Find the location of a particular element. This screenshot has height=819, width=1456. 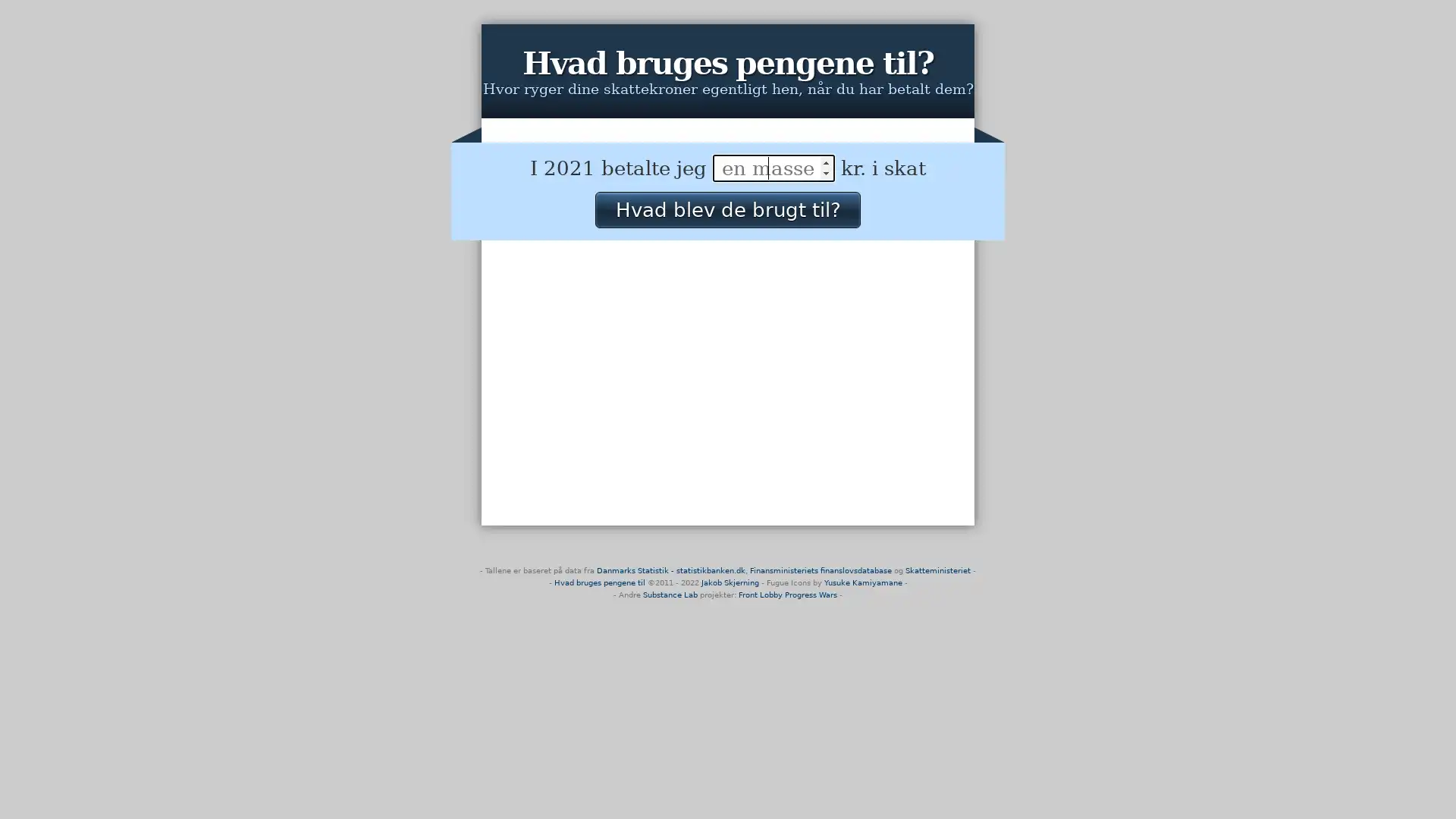

Hvad blev de brugt til? is located at coordinates (726, 209).